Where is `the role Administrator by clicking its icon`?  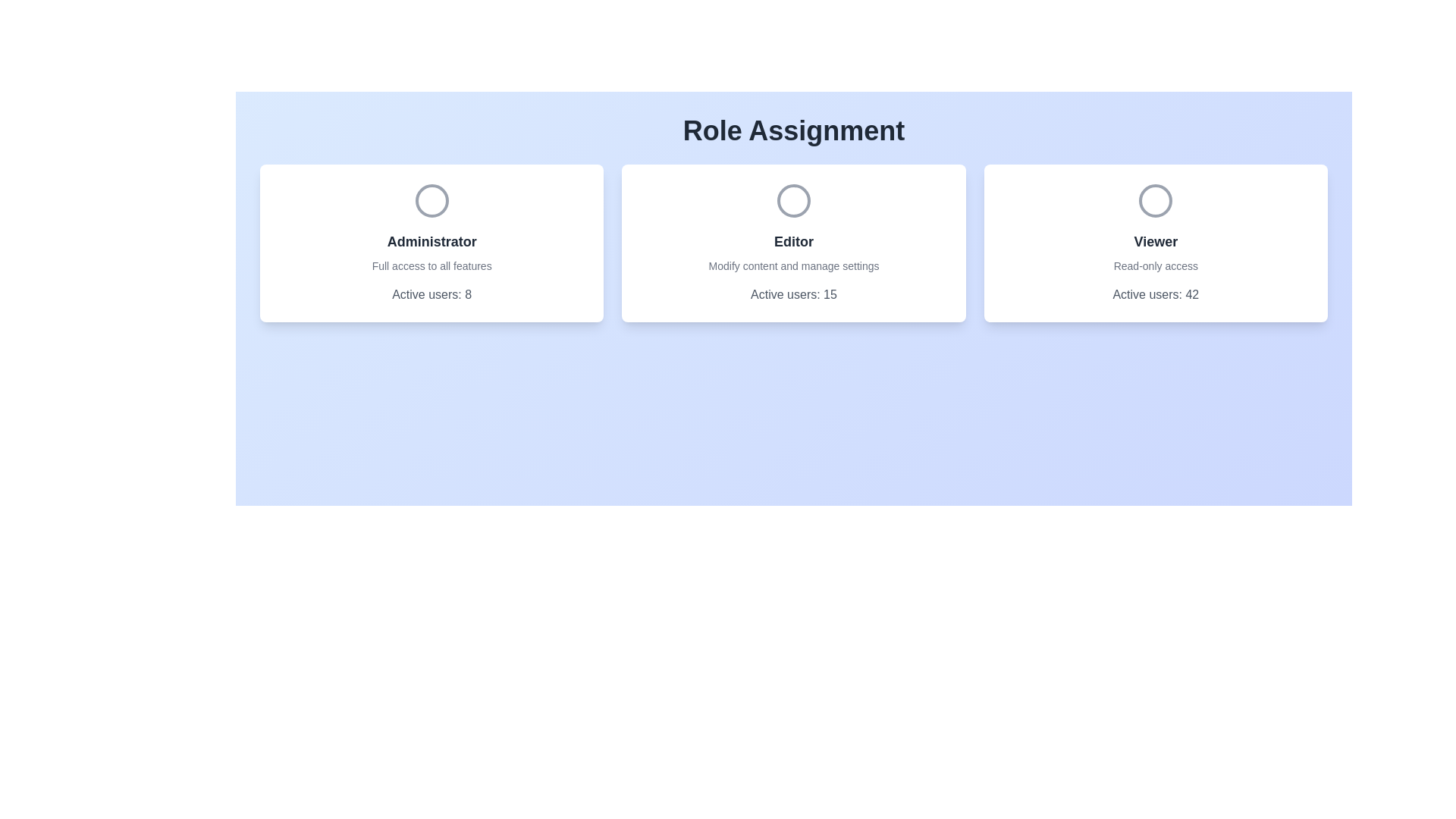 the role Administrator by clicking its icon is located at coordinates (431, 200).